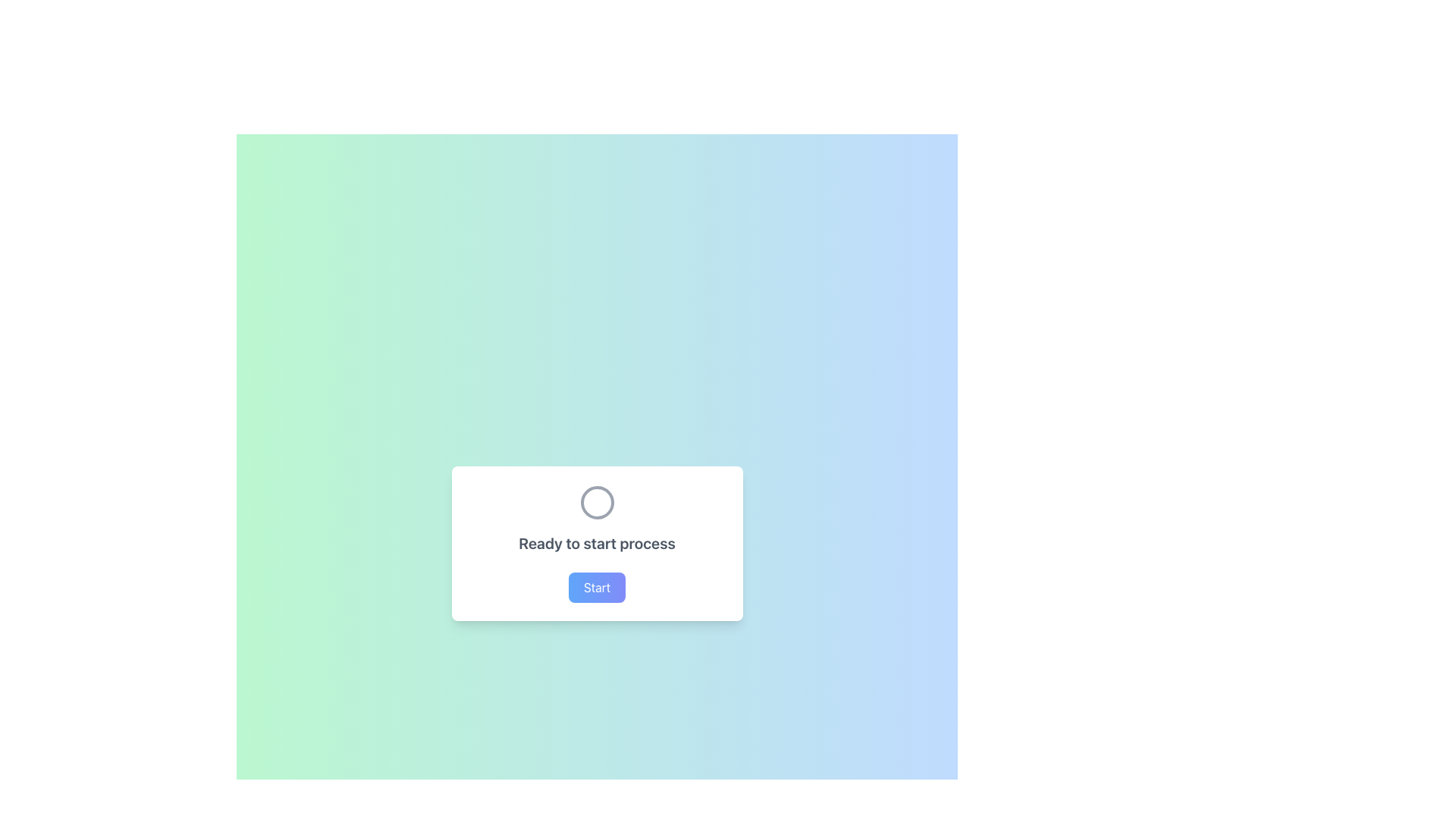 This screenshot has height=819, width=1456. Describe the element at coordinates (596, 587) in the screenshot. I see `the button labeled 'Ready to start process' located centrally at the bottom of the white rectangular card to observe the hover effect` at that location.